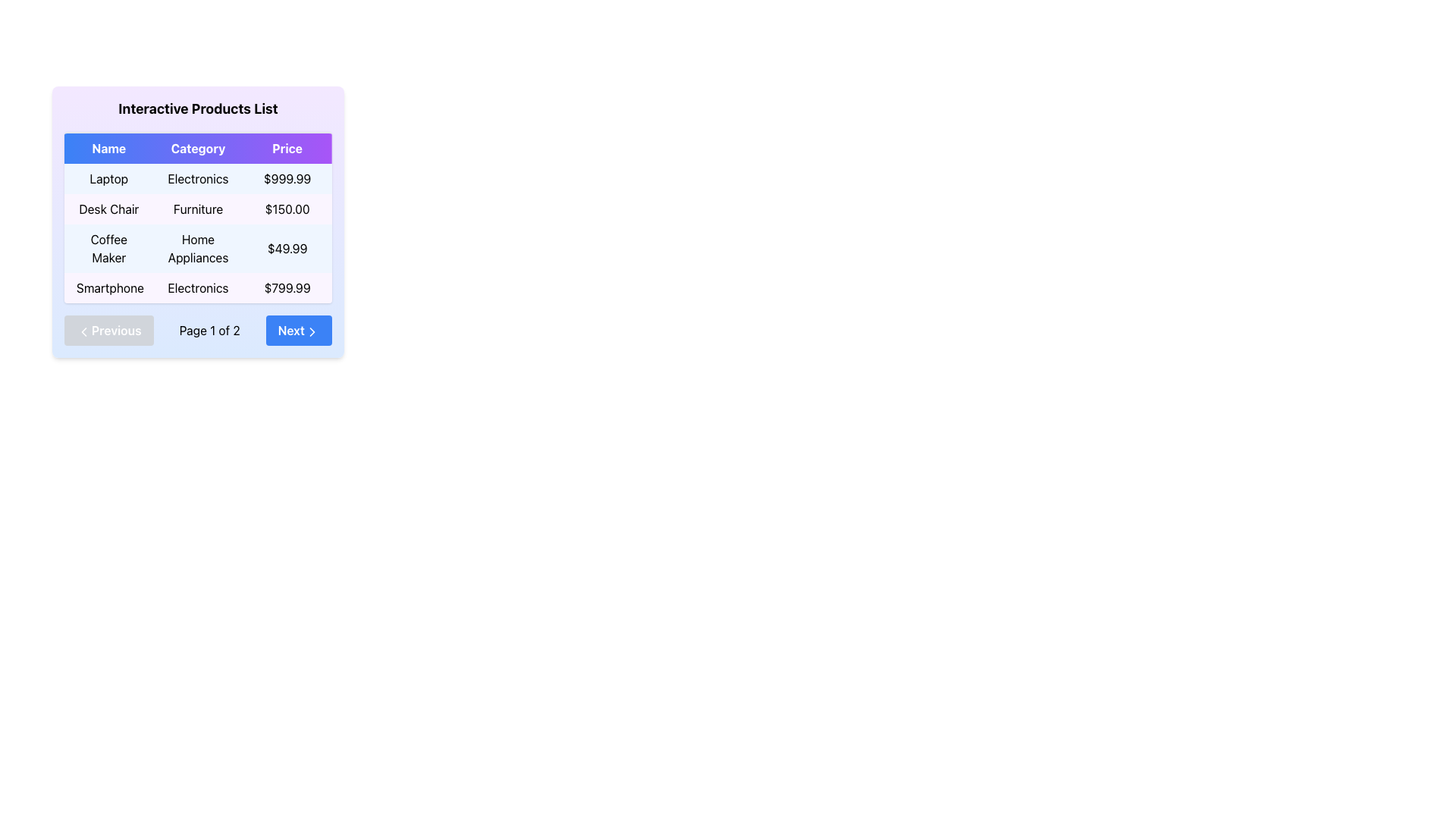  Describe the element at coordinates (299, 329) in the screenshot. I see `the 'Next' button located at the bottom right corner of the 'Interactive Products List' panel` at that location.